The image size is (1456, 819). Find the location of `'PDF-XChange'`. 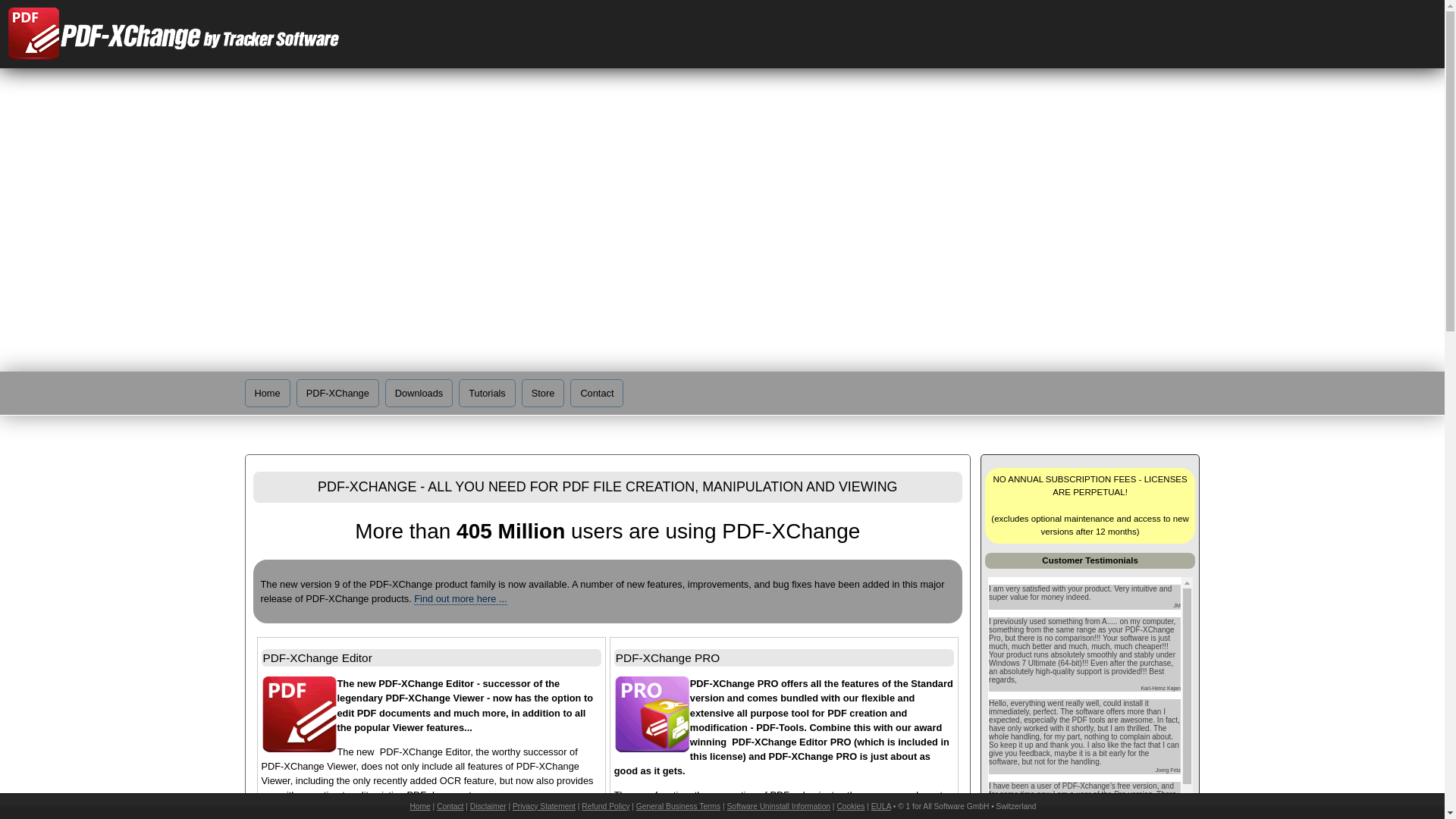

'PDF-XChange' is located at coordinates (296, 392).